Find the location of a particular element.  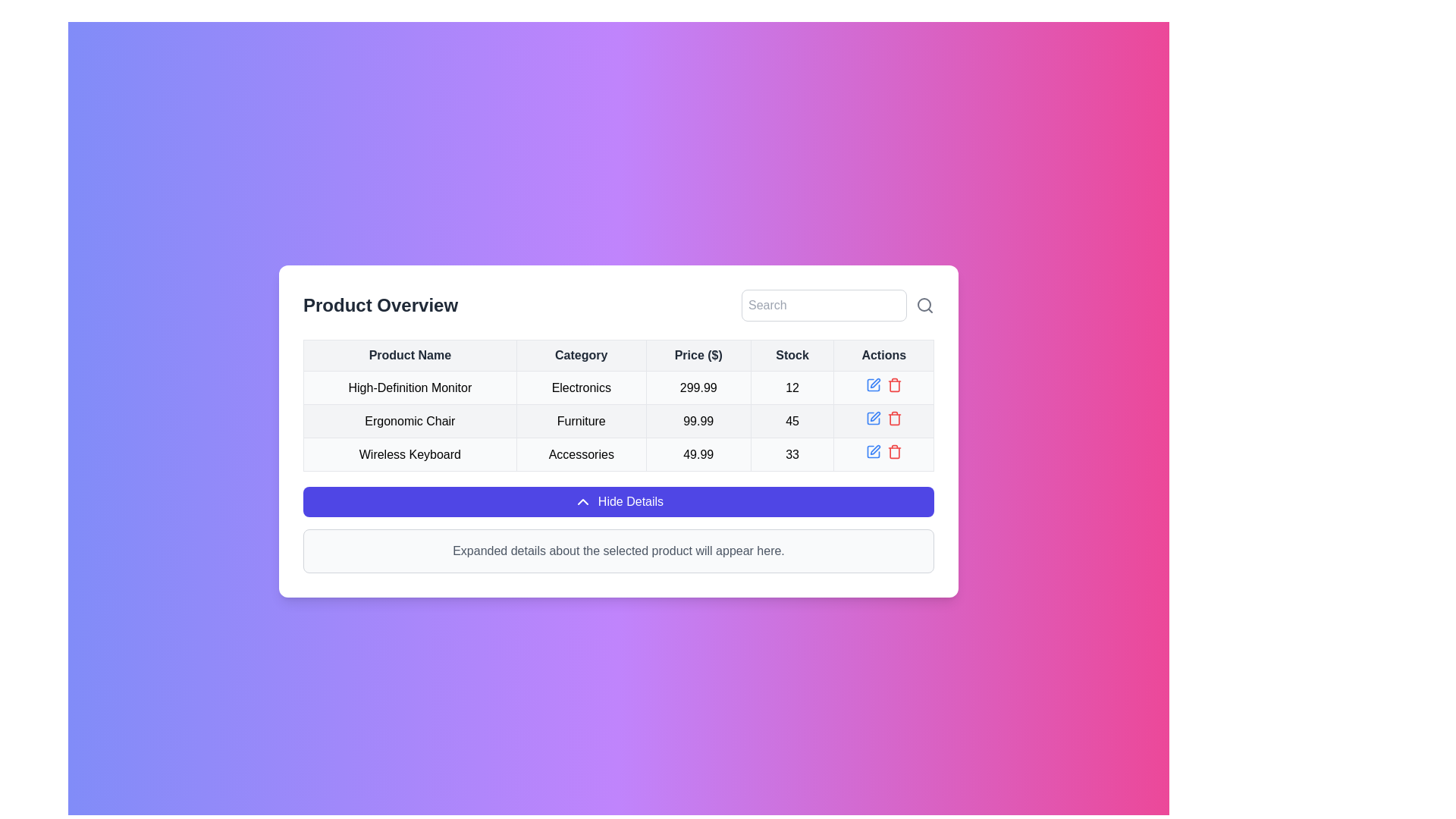

displayed stock level of the item 'Wireless Keyboard' located in the 'Stock' column of the third row, to the right of the price cell '49.99' and left of the 'Actions' cell is located at coordinates (792, 453).